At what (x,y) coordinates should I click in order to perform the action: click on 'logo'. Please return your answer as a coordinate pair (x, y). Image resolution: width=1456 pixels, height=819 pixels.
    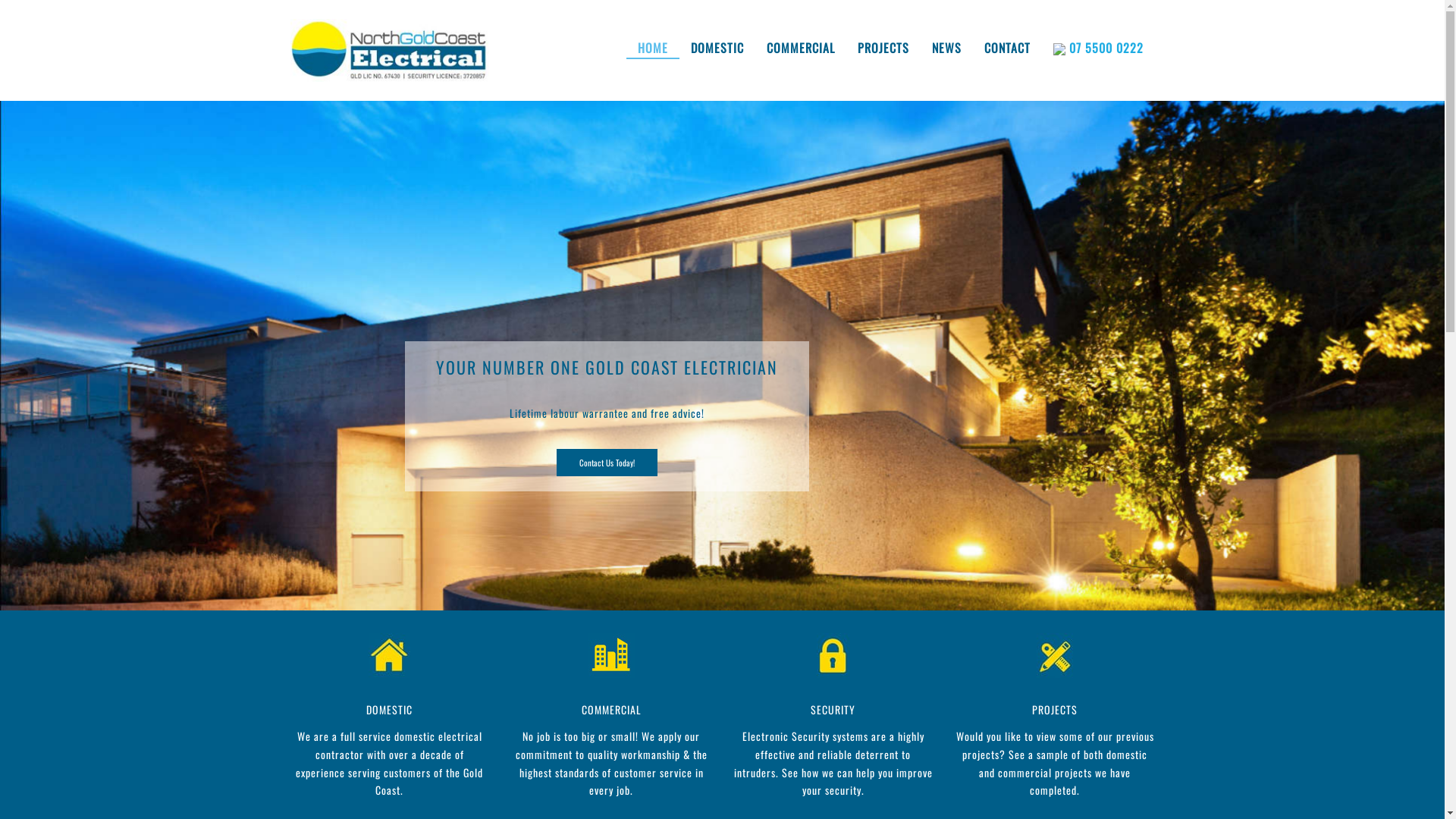
    Looking at the image, I should click on (389, 49).